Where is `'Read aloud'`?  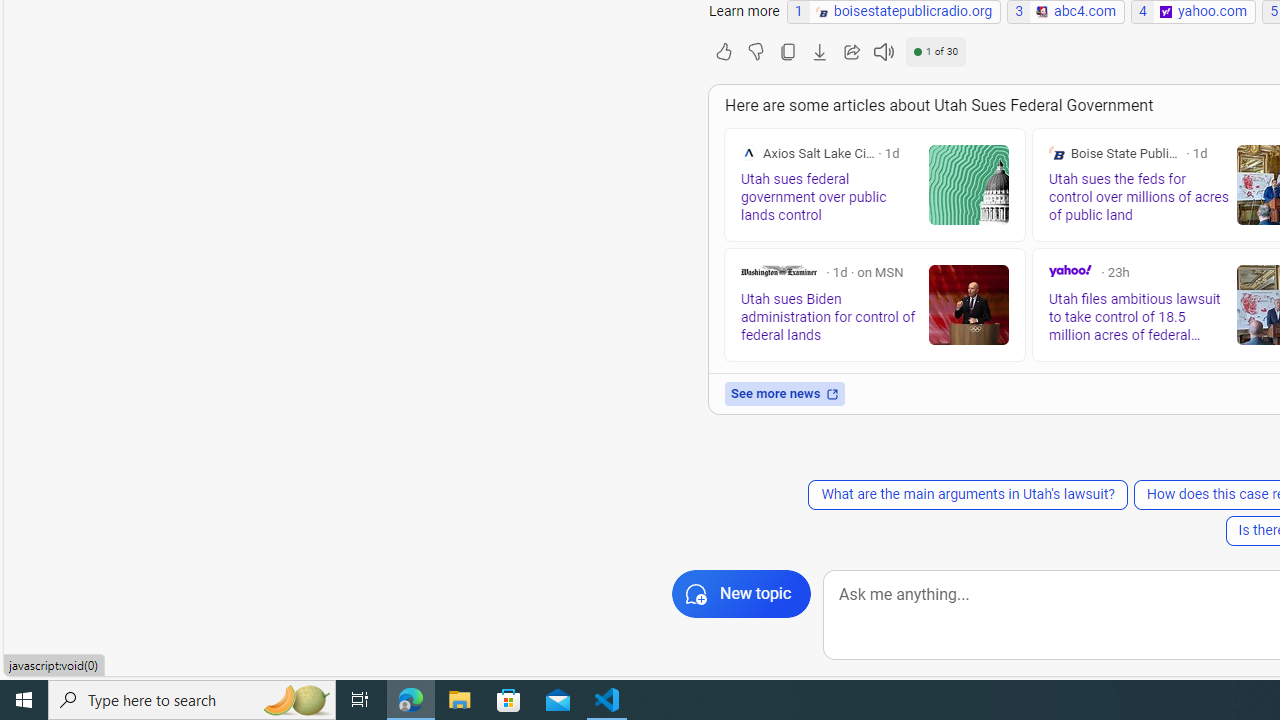
'Read aloud' is located at coordinates (882, 50).